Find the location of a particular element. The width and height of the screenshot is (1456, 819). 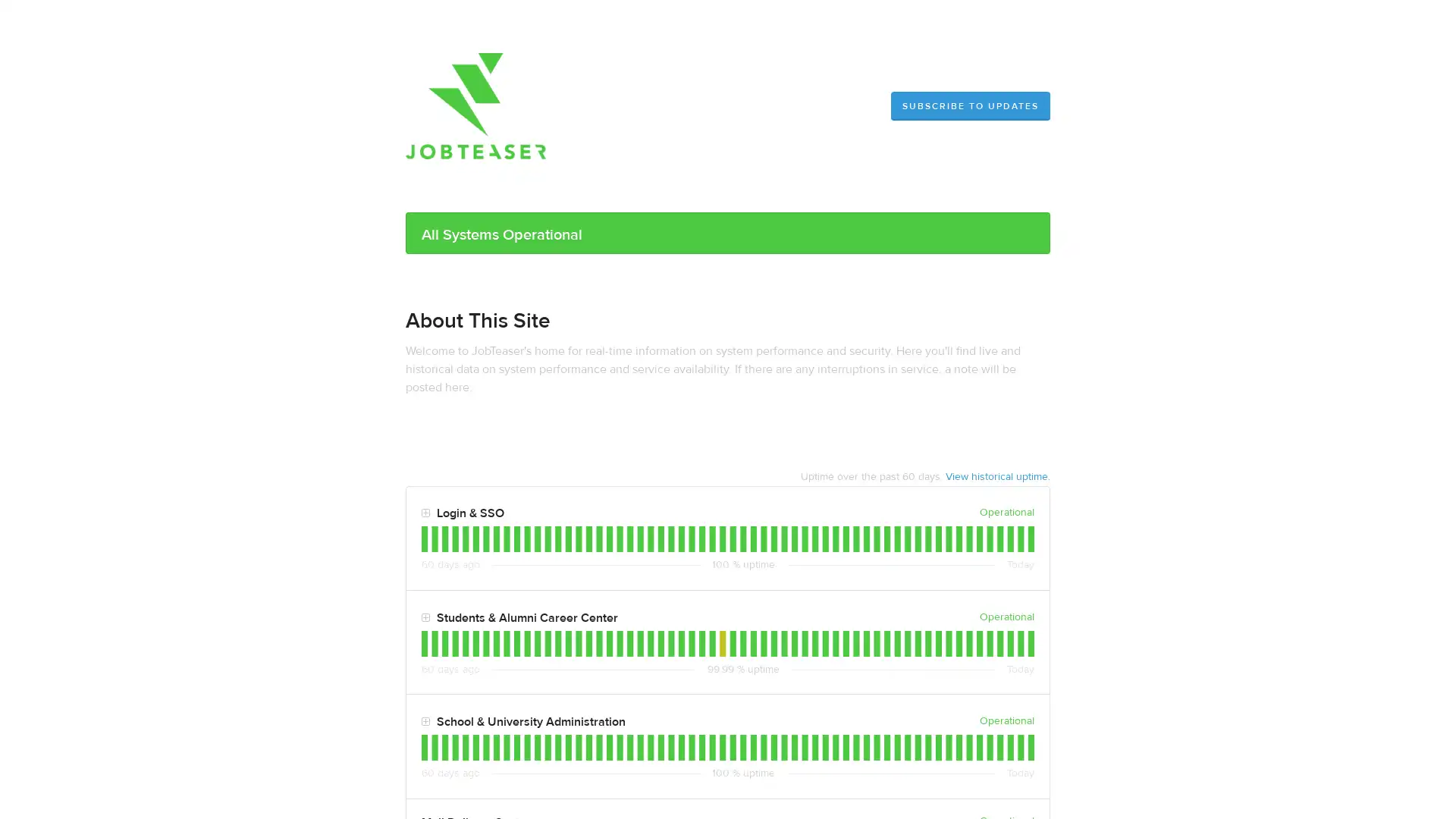

Toggle Students & Alumni Career Center is located at coordinates (425, 617).